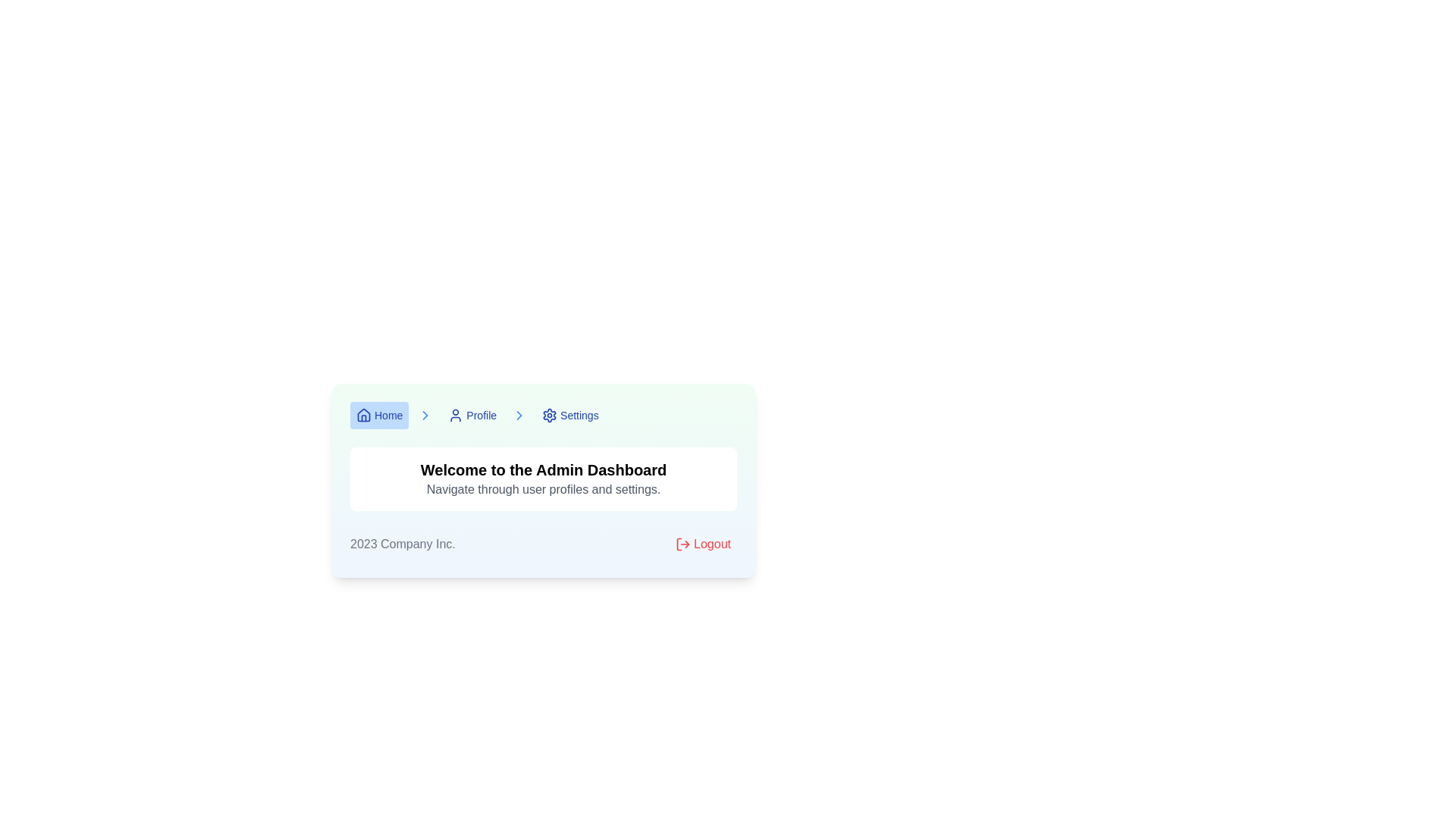 This screenshot has width=1456, height=819. Describe the element at coordinates (403, 543) in the screenshot. I see `the '2023 Company Inc.' text label` at that location.